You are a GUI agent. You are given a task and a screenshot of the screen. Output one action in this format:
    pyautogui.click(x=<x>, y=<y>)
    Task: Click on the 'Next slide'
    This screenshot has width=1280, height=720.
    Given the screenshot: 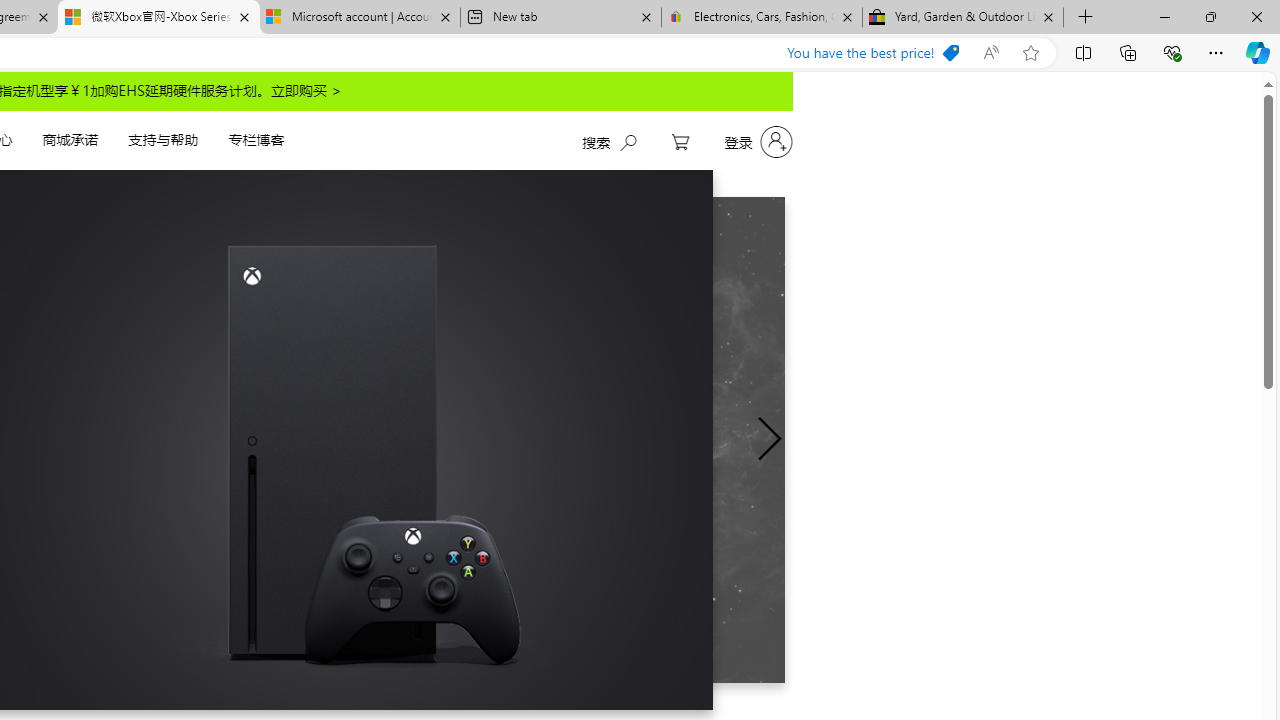 What is the action you would take?
    pyautogui.click(x=768, y=438)
    